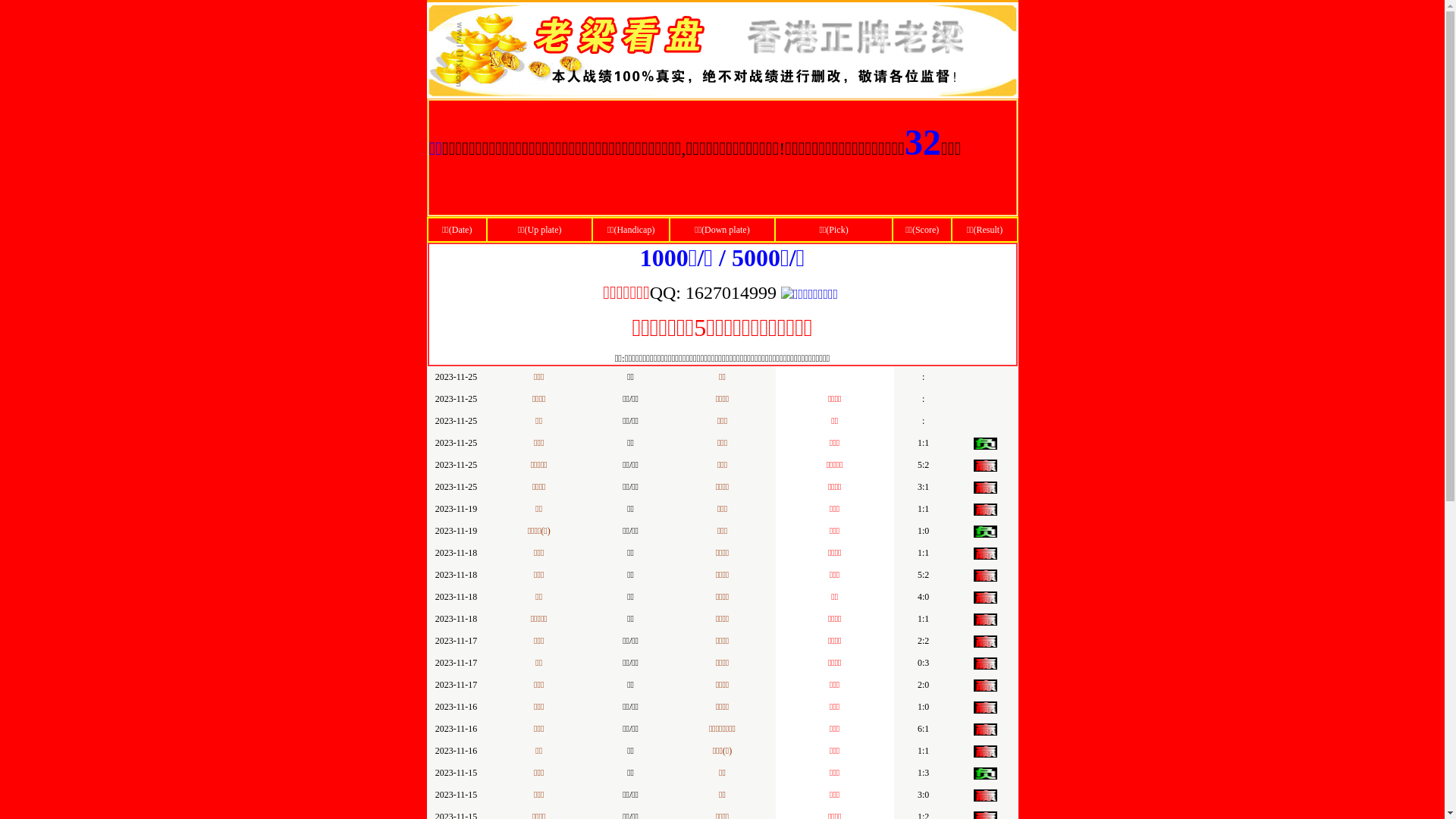 This screenshot has width=1456, height=819. I want to click on 'QQ', so click(663, 294).